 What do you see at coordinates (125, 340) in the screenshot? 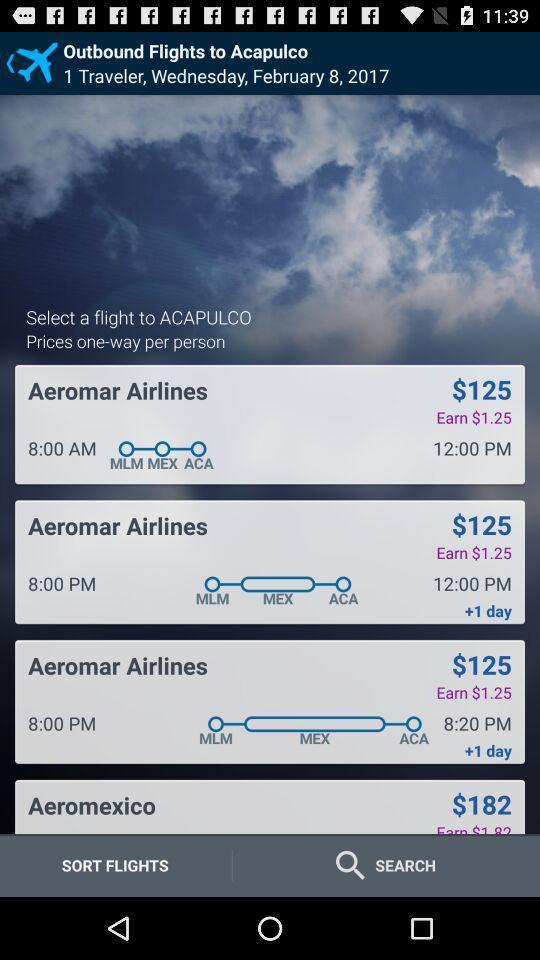
I see `the prices one way item` at bounding box center [125, 340].